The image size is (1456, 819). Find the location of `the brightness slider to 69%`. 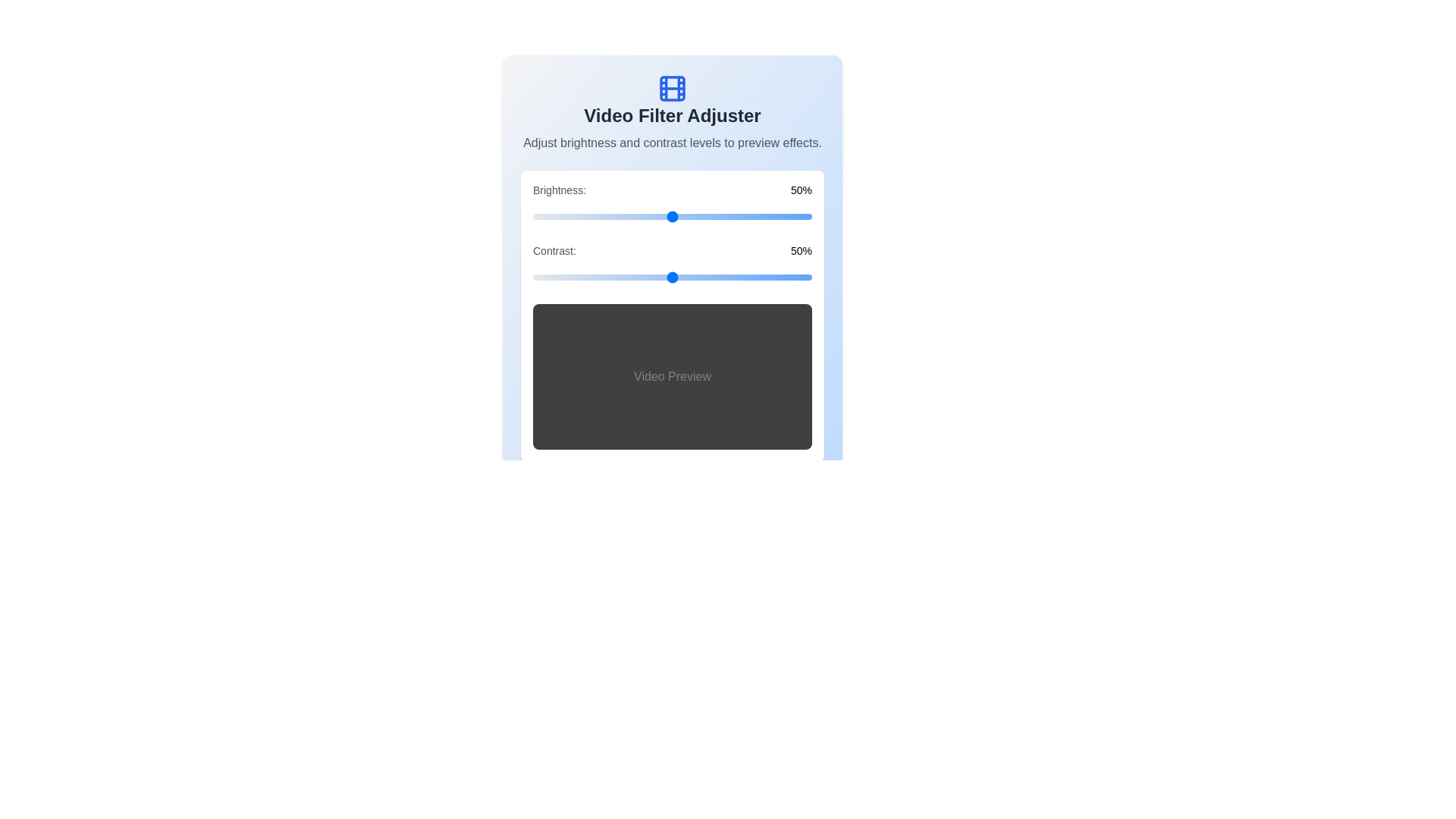

the brightness slider to 69% is located at coordinates (724, 216).